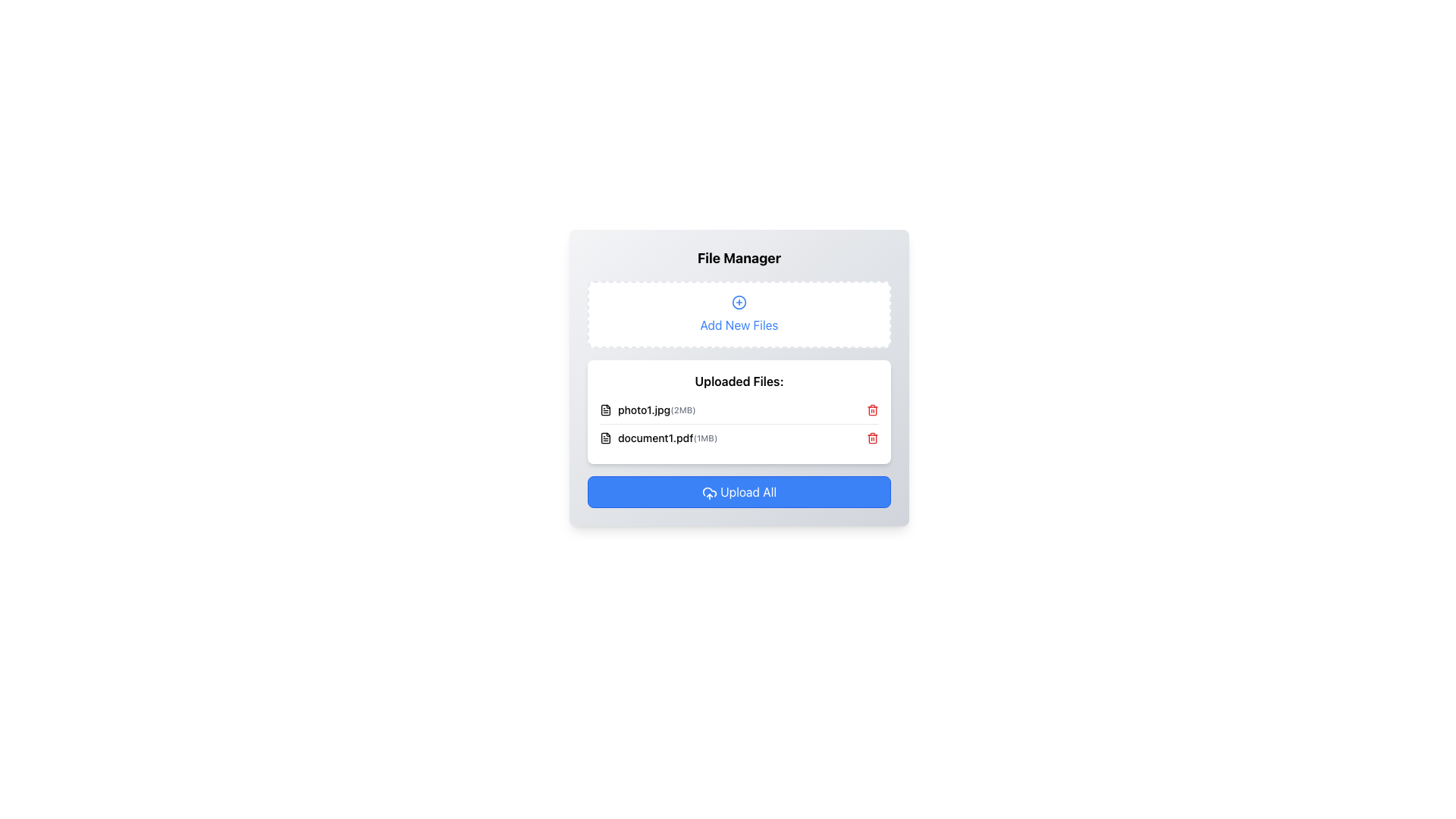 The image size is (1456, 819). Describe the element at coordinates (873, 438) in the screenshot. I see `the delete button located at the far right of the second file row, next to 'document1.pdf(1MB)', to potentially preview tooltips` at that location.